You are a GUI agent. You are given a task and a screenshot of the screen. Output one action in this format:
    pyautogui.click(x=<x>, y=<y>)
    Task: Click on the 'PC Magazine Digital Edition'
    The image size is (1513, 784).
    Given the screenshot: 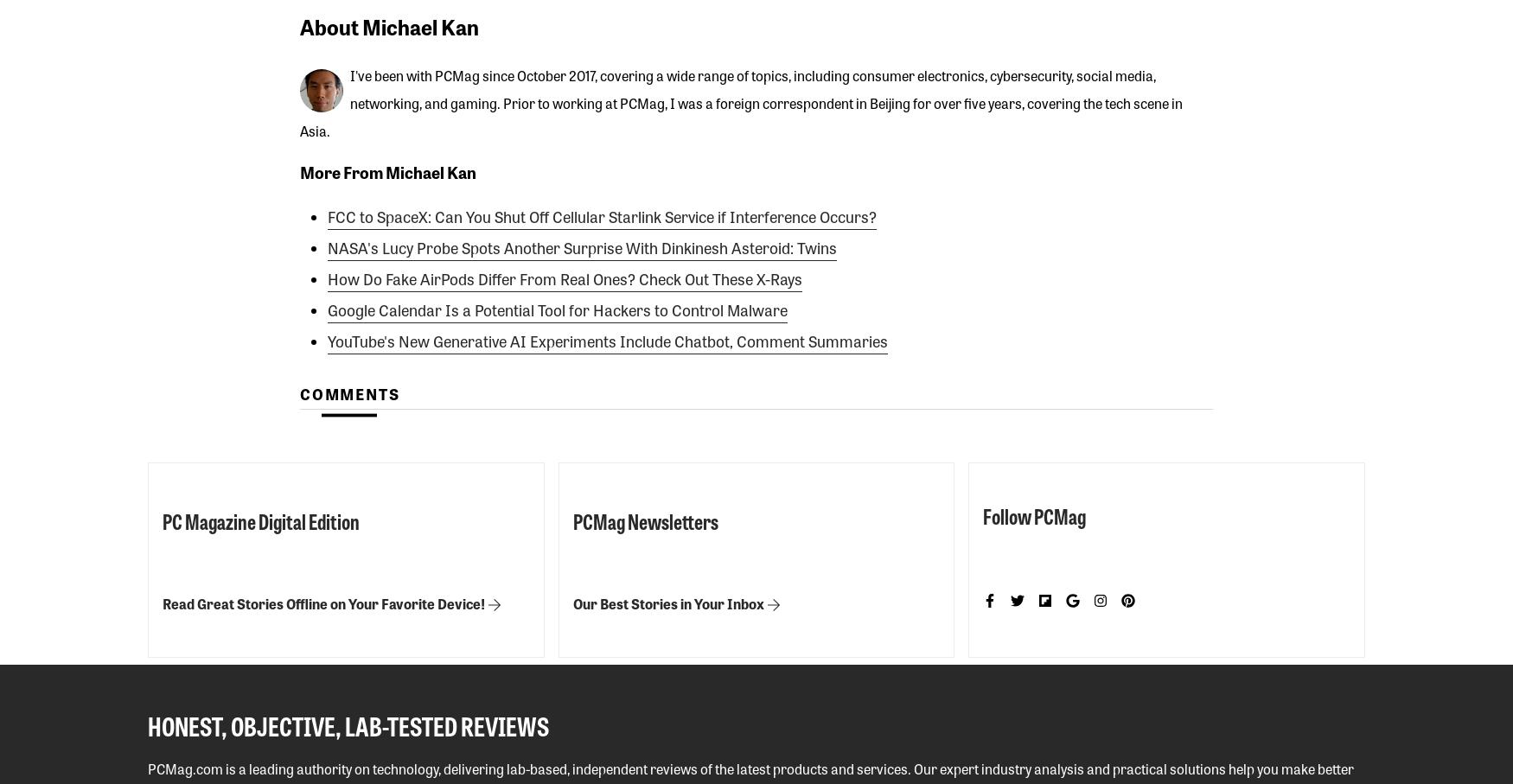 What is the action you would take?
    pyautogui.click(x=161, y=519)
    